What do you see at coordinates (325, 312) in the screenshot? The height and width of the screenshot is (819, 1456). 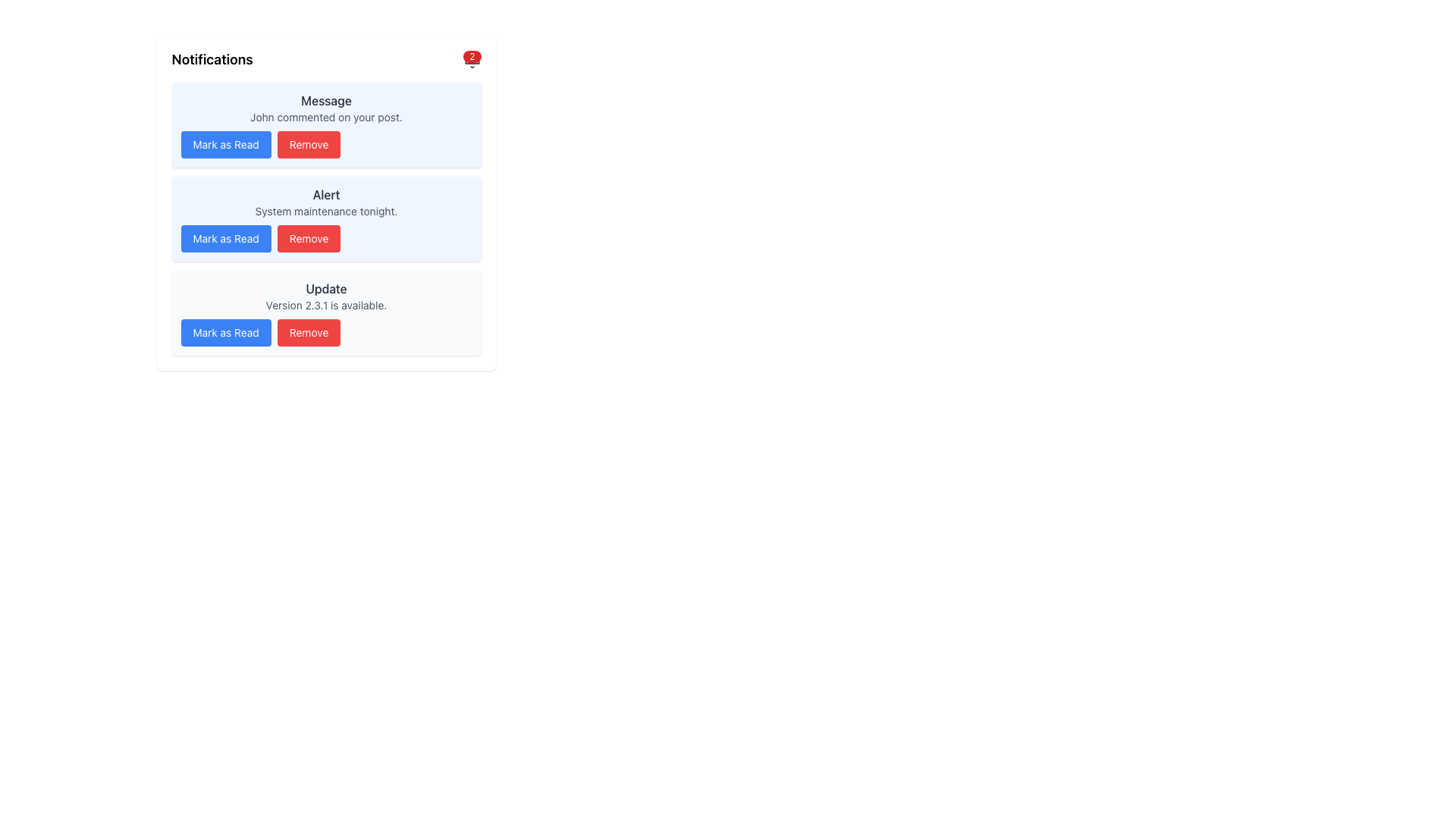 I see `the 'Remove' button on the Notification Card that informs the user about the update to Version 2.3.1, which is the third item in the list of notifications` at bounding box center [325, 312].